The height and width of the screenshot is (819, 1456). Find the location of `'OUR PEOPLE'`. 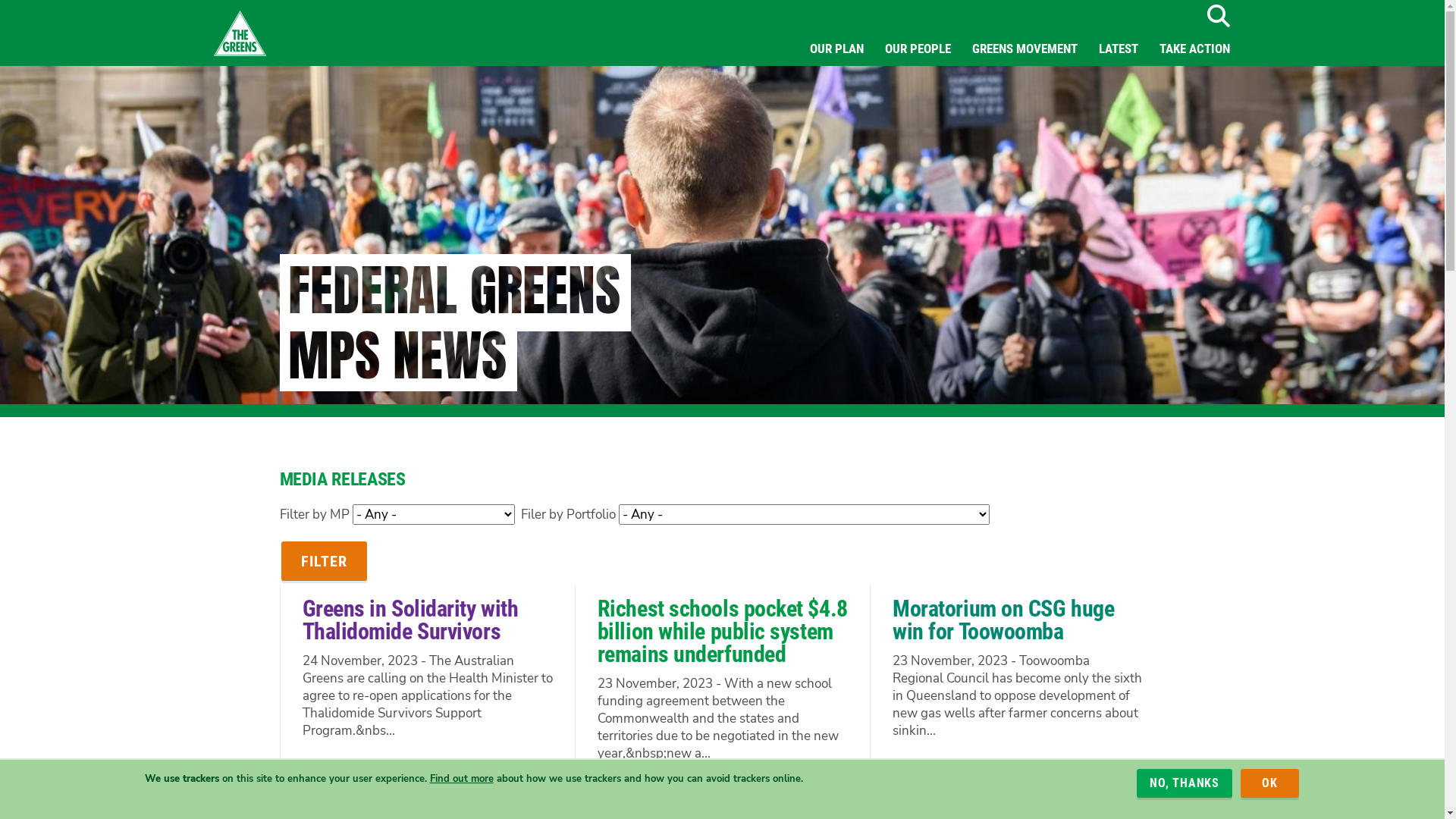

'OUR PEOPLE' is located at coordinates (916, 48).